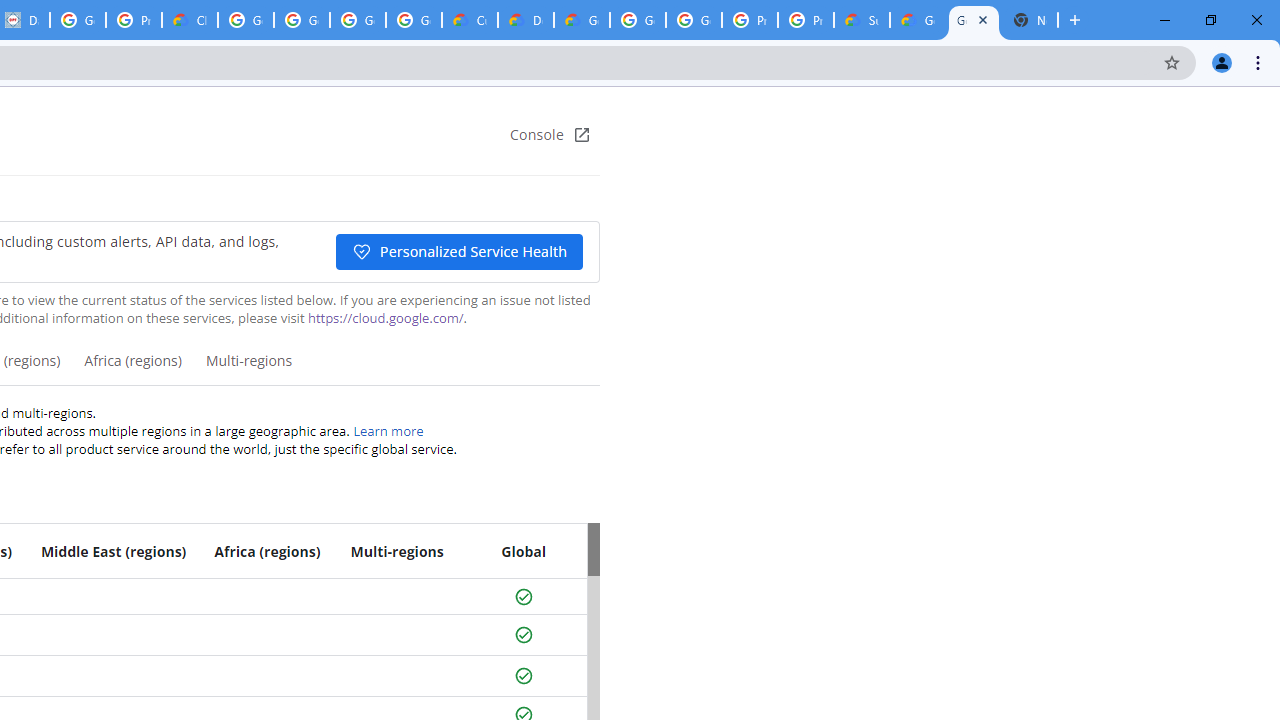 The height and width of the screenshot is (720, 1280). Describe the element at coordinates (550, 135) in the screenshot. I see `'Console'` at that location.